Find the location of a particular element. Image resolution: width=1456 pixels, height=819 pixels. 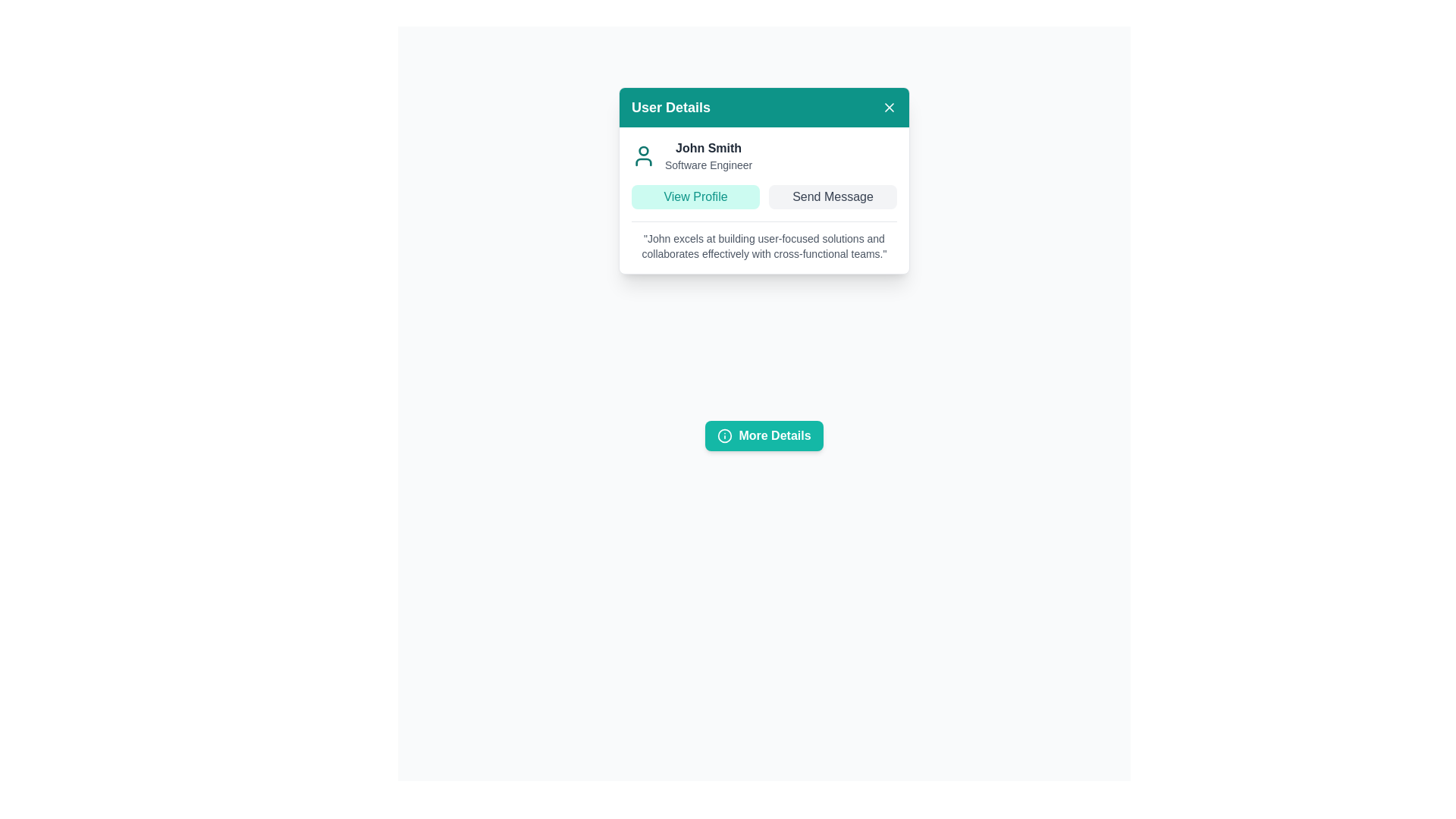

the button labeled 'More Details' with a teal-green background and an information icon is located at coordinates (764, 435).